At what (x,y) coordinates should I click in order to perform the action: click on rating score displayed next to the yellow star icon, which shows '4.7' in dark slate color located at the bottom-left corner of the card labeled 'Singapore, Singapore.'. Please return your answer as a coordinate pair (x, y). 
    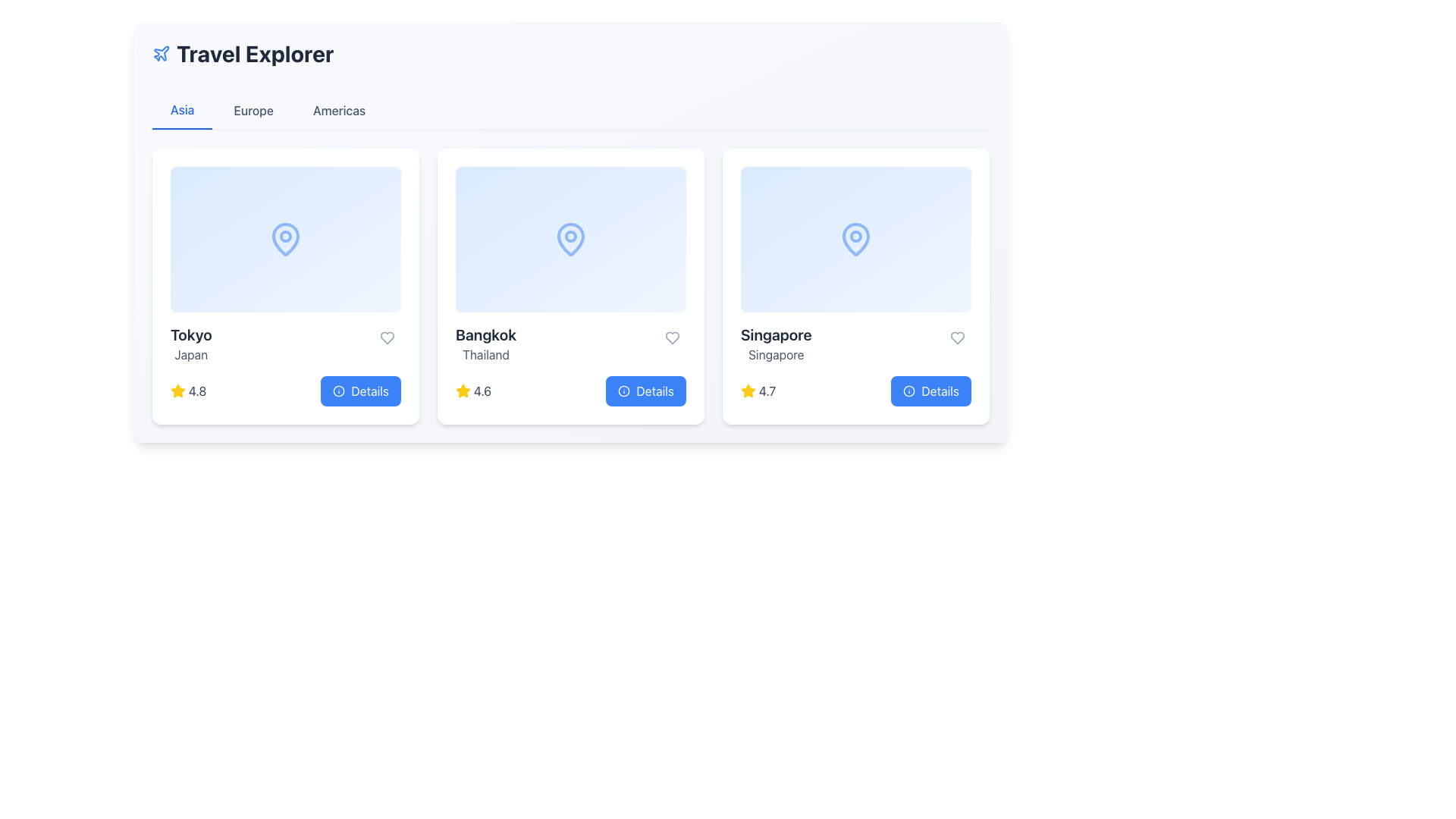
    Looking at the image, I should click on (758, 391).